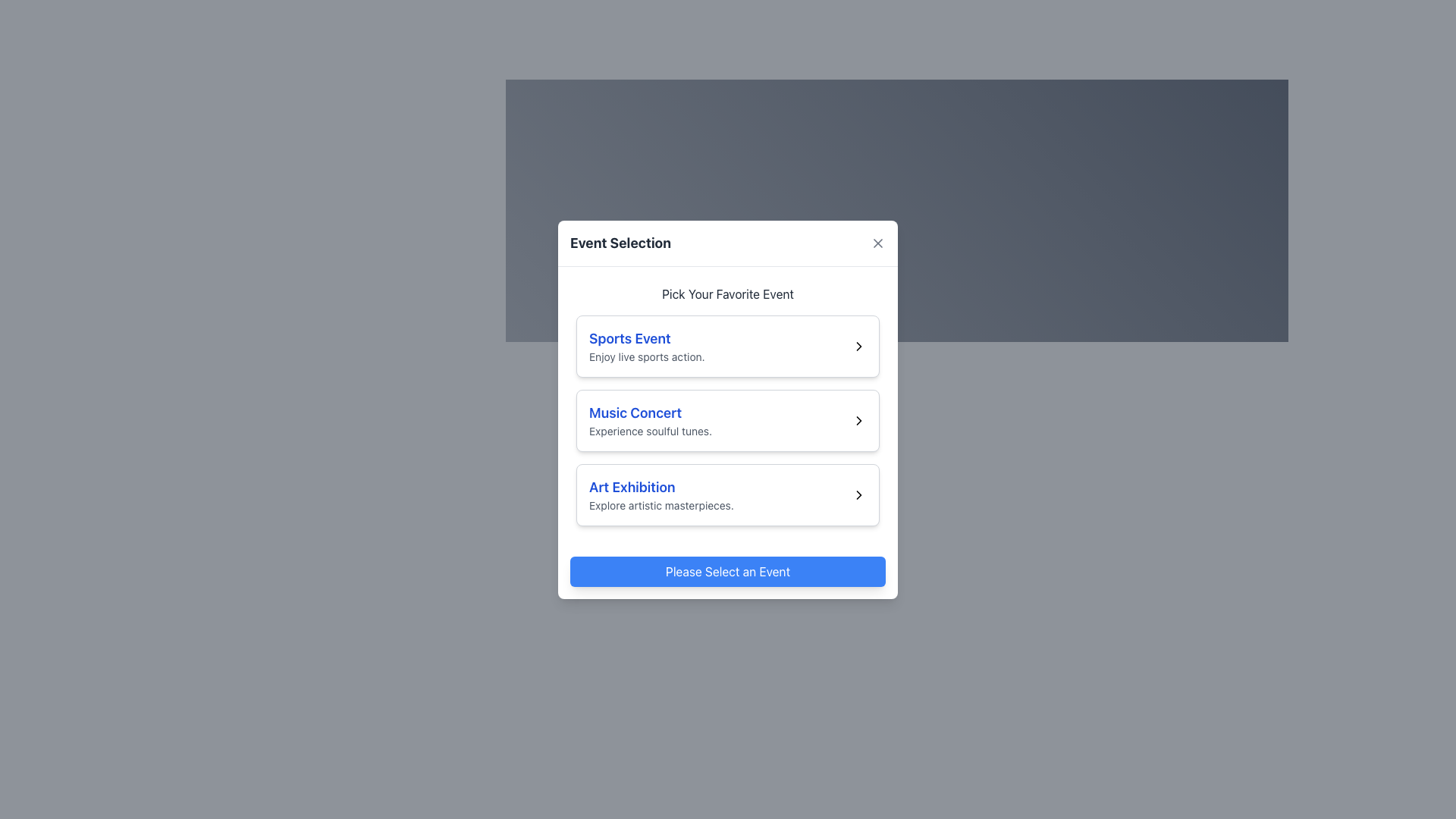 This screenshot has width=1456, height=819. What do you see at coordinates (620, 242) in the screenshot?
I see `the bold, large text label reading 'Event Selection' located at the top left of the pop-up interface` at bounding box center [620, 242].